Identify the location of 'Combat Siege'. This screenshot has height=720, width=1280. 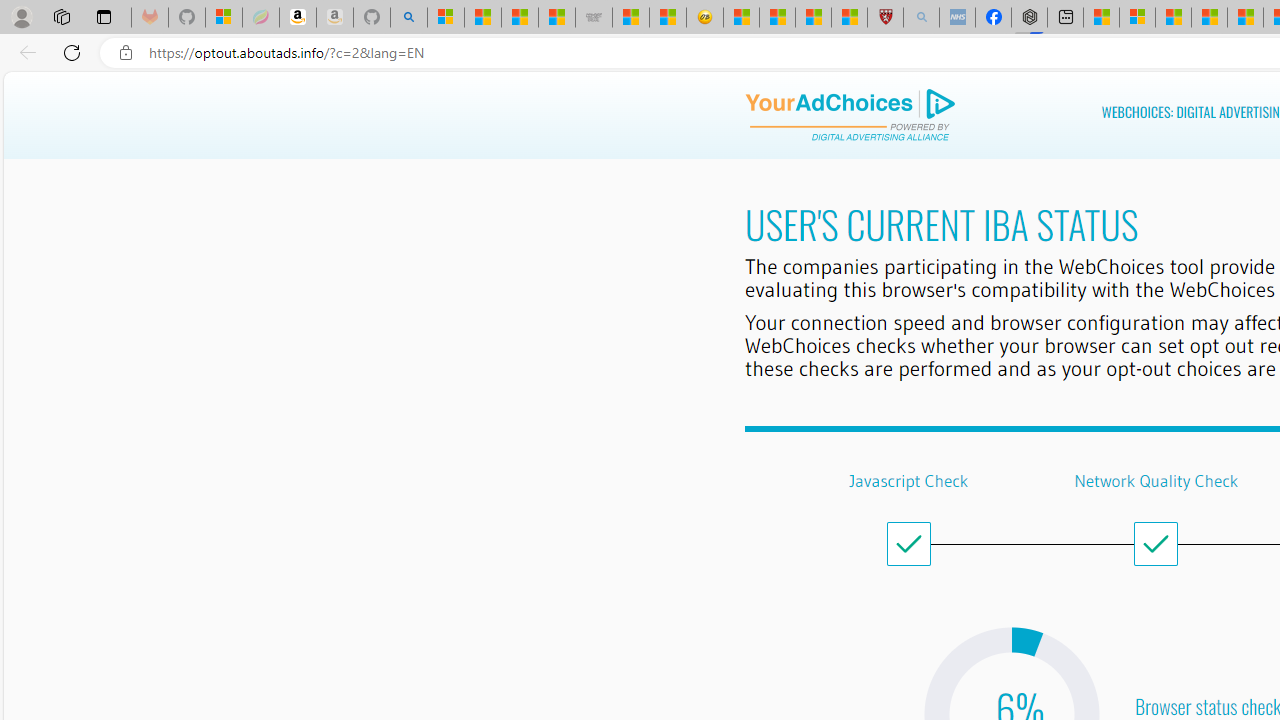
(592, 17).